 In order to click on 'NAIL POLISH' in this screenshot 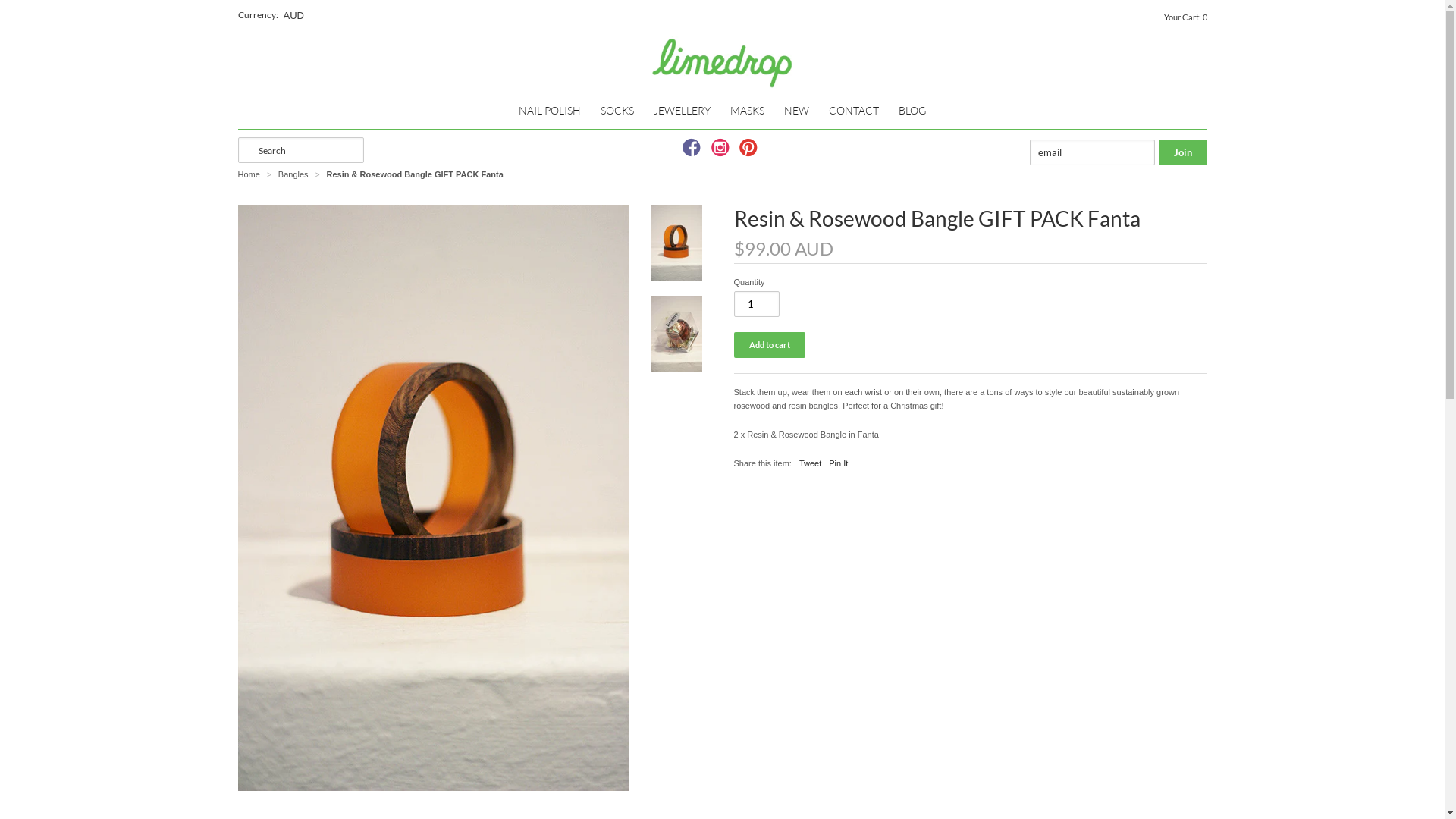, I will do `click(548, 110)`.